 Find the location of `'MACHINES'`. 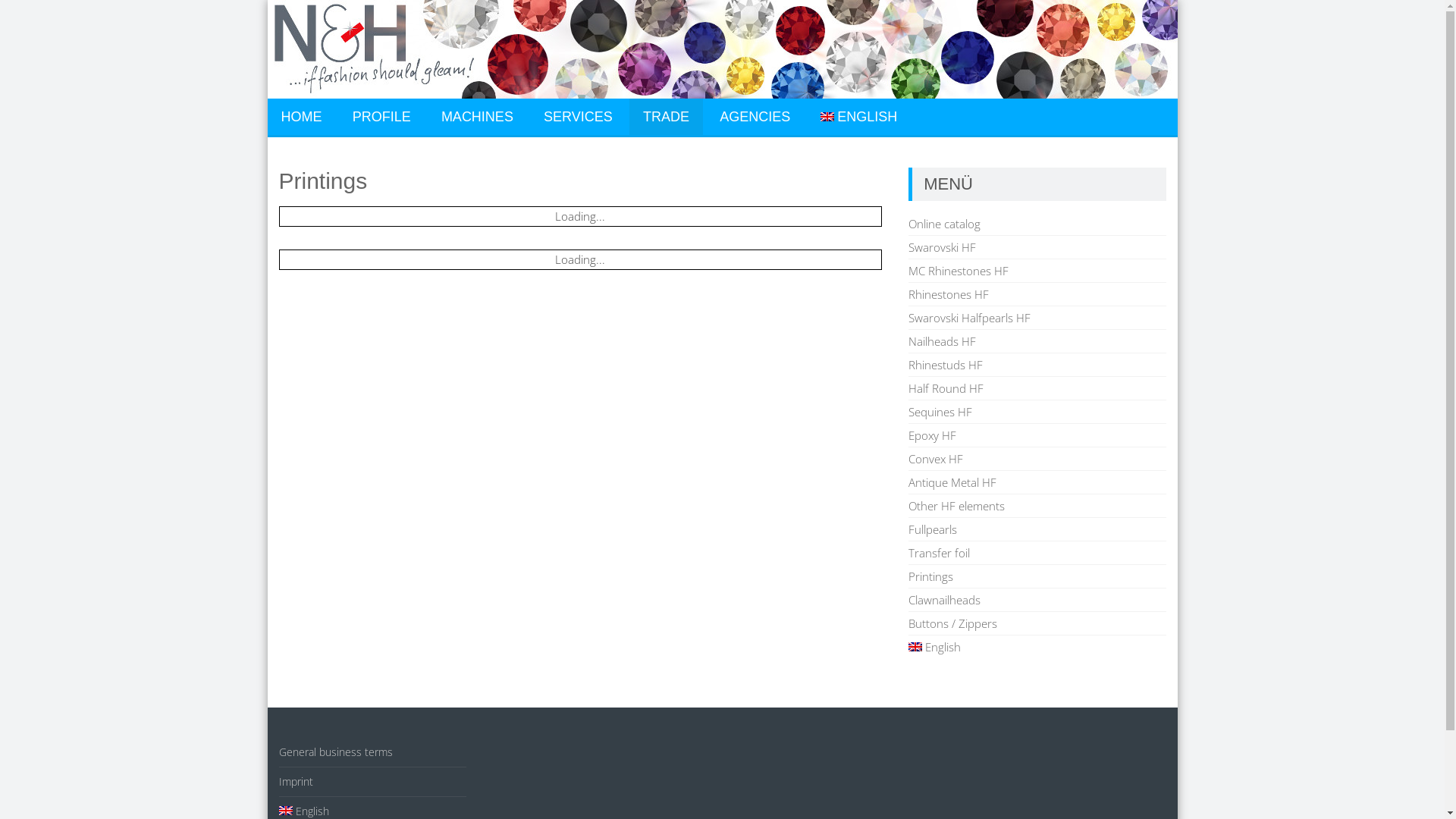

'MACHINES' is located at coordinates (476, 116).